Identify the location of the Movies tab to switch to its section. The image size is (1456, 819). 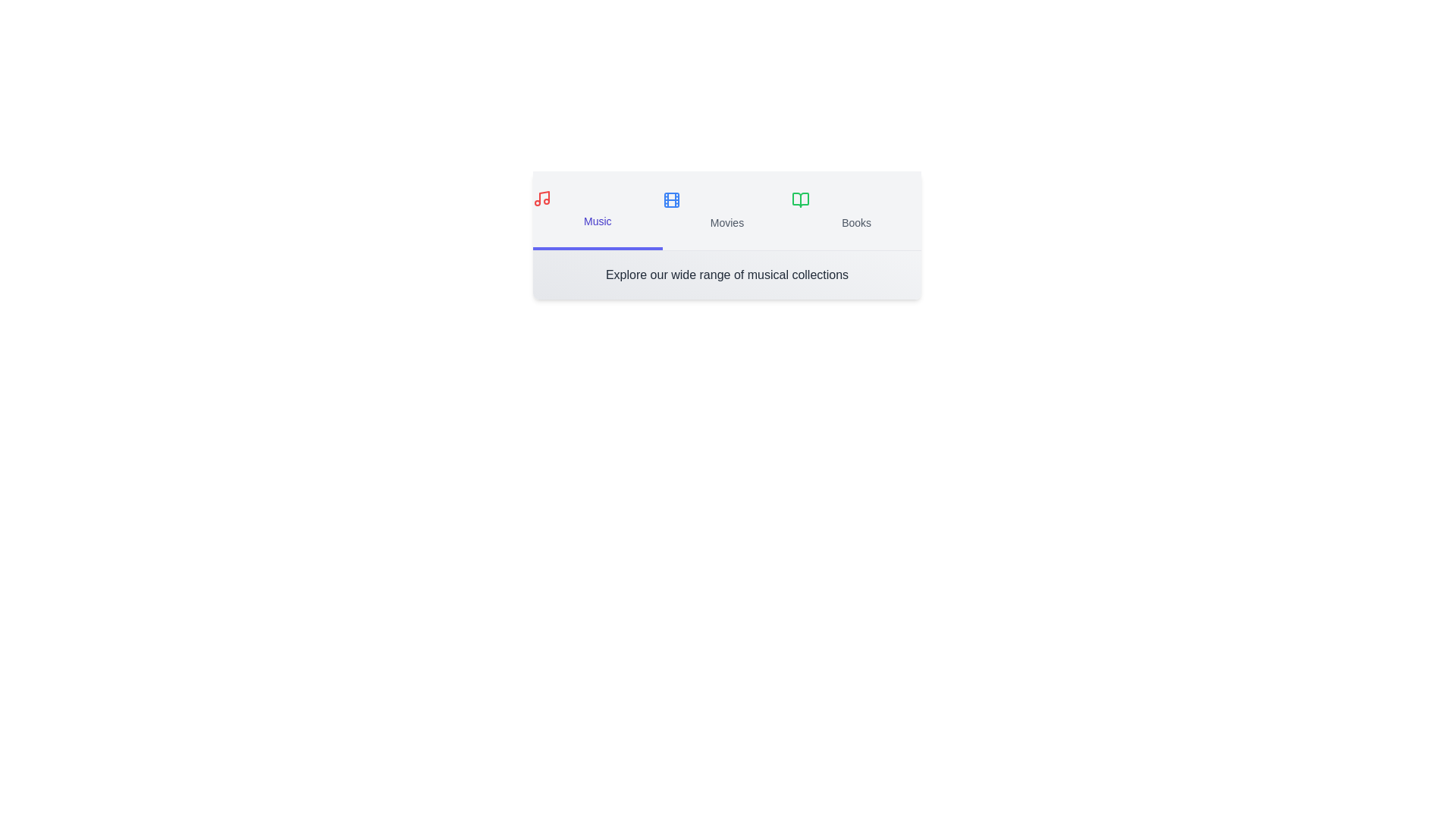
(726, 210).